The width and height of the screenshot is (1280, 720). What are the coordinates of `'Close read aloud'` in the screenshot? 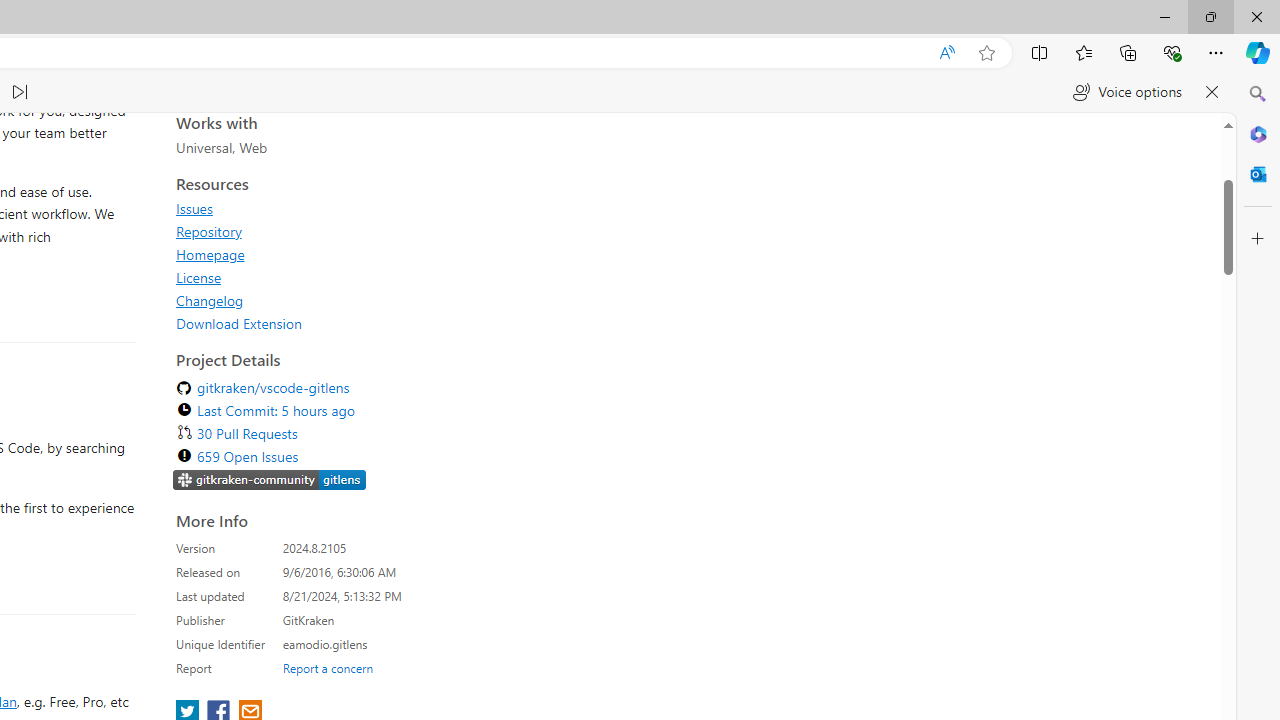 It's located at (1211, 92).